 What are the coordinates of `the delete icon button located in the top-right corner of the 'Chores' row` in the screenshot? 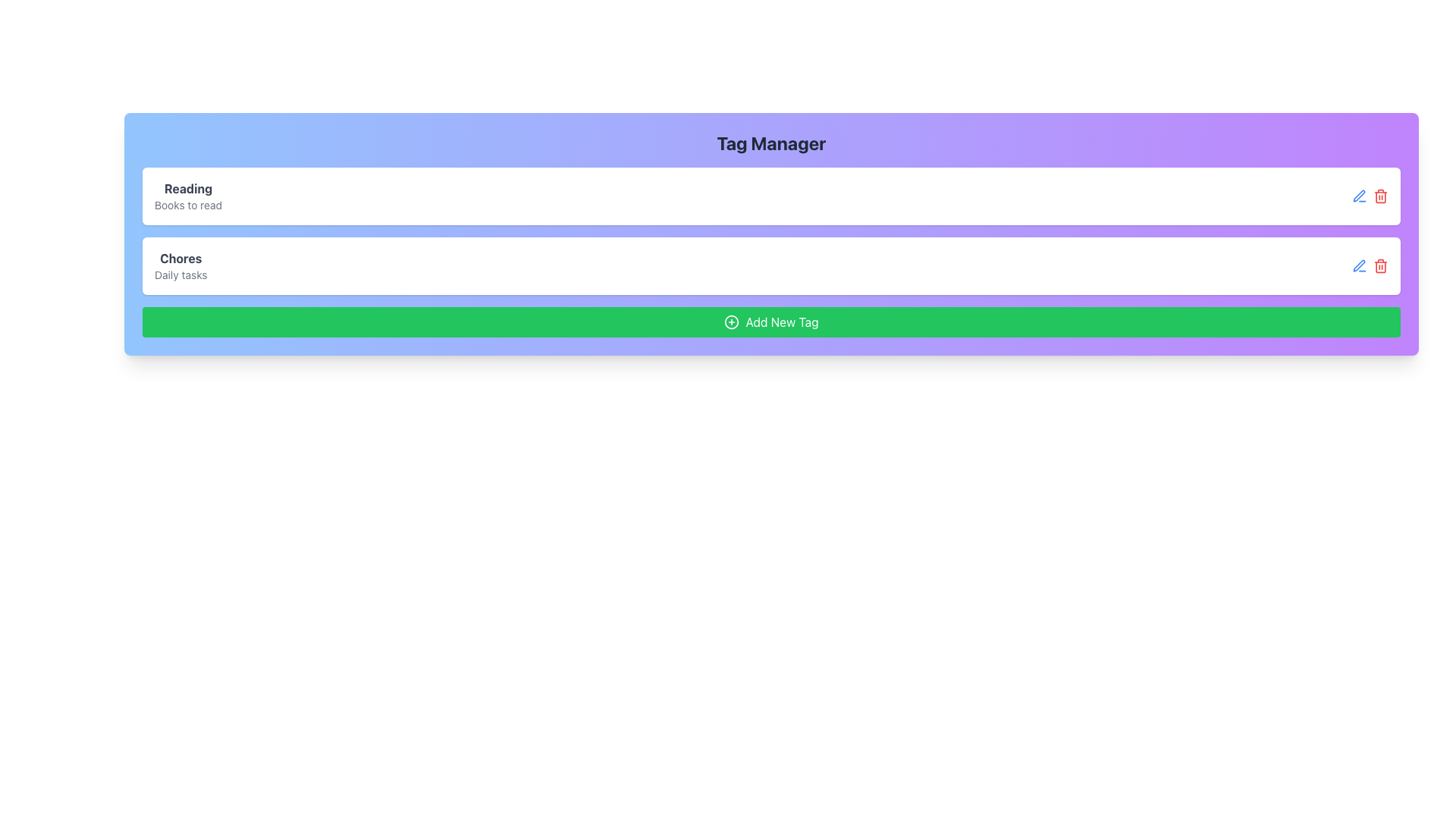 It's located at (1380, 265).